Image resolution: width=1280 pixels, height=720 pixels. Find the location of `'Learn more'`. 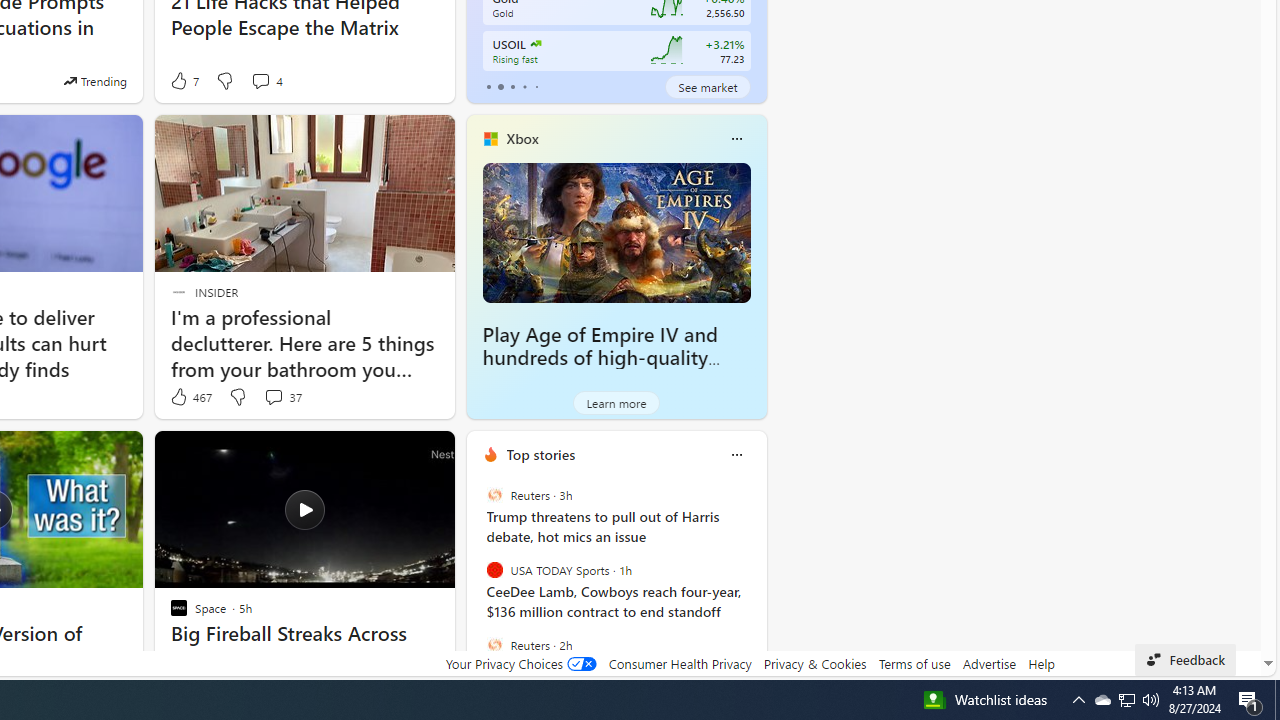

'Learn more' is located at coordinates (615, 402).